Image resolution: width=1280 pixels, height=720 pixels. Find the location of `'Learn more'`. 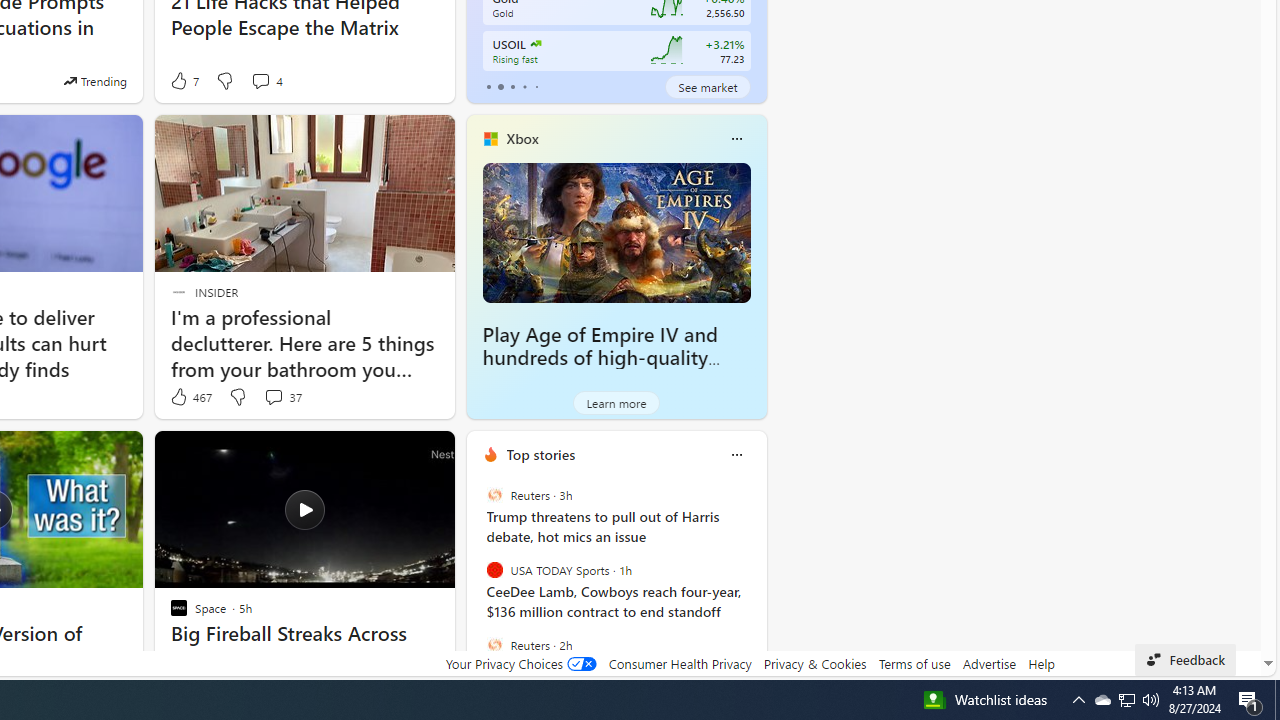

'Learn more' is located at coordinates (615, 402).